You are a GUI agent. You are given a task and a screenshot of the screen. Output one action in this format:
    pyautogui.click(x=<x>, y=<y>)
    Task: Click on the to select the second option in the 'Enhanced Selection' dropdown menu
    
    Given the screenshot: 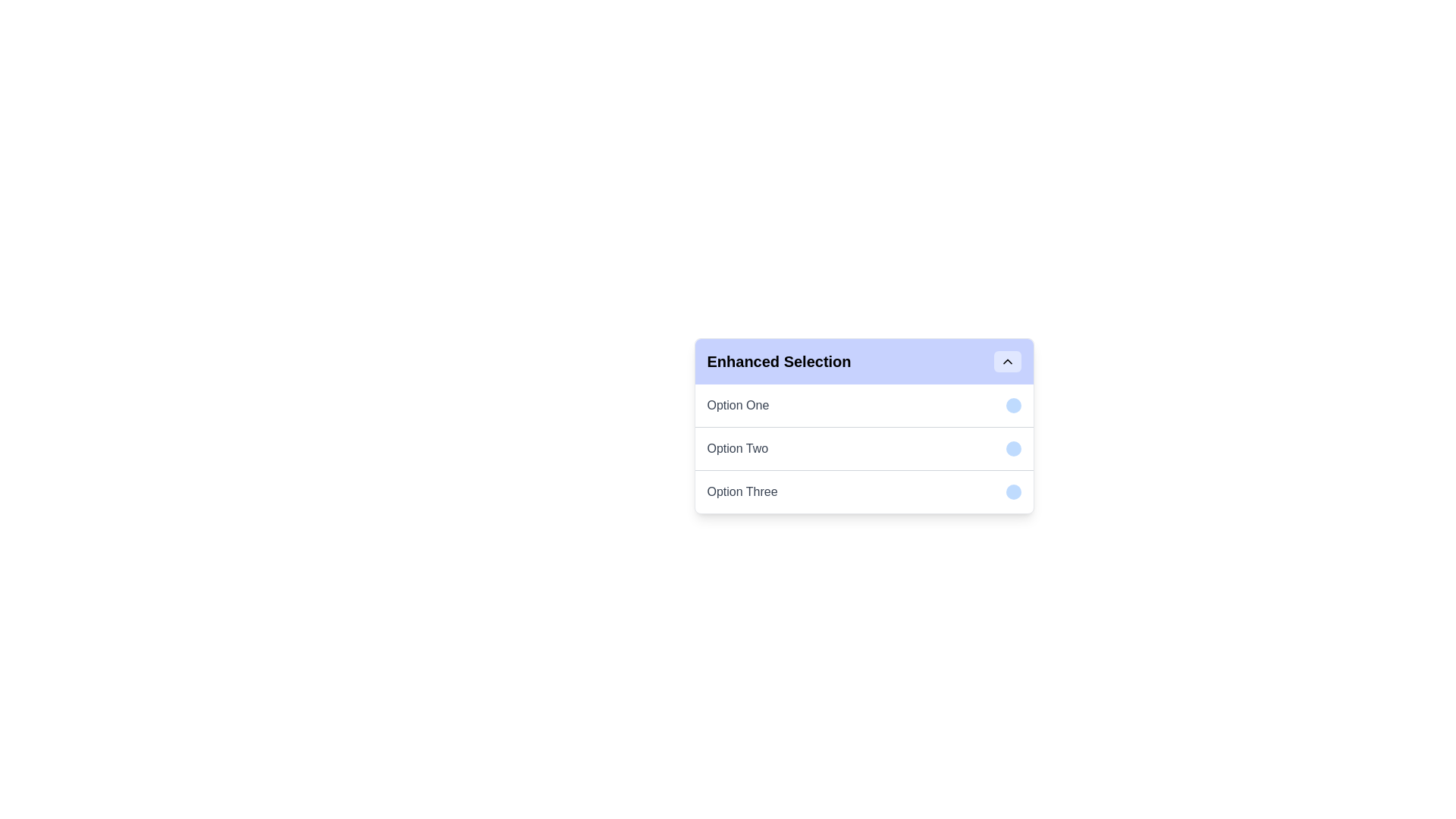 What is the action you would take?
    pyautogui.click(x=864, y=447)
    